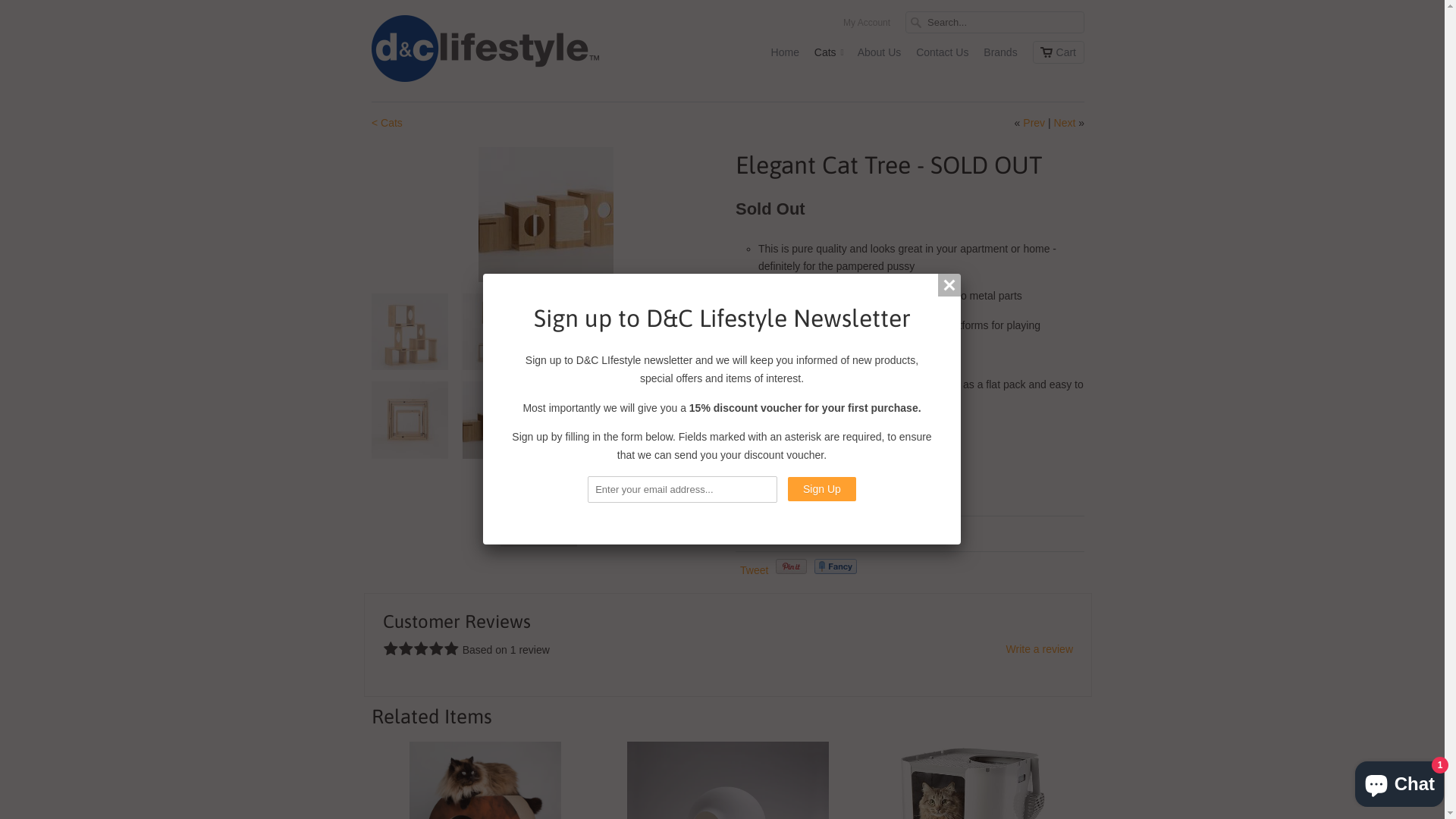  I want to click on 'D&C Lifestyle', so click(484, 49).